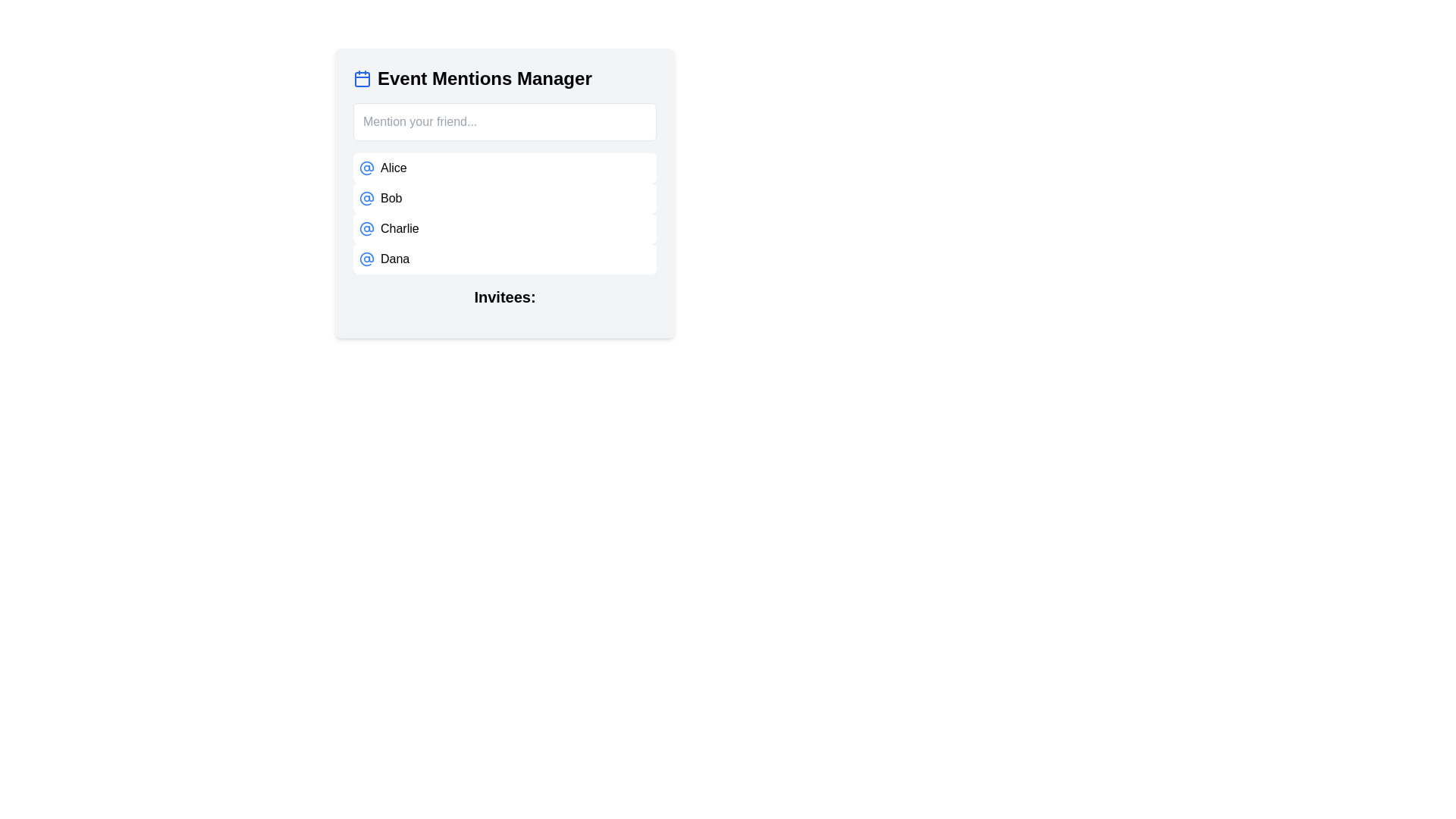 This screenshot has height=819, width=1456. I want to click on the '@' icon located next to the name 'Charlie' in the third position of the list, so click(367, 228).